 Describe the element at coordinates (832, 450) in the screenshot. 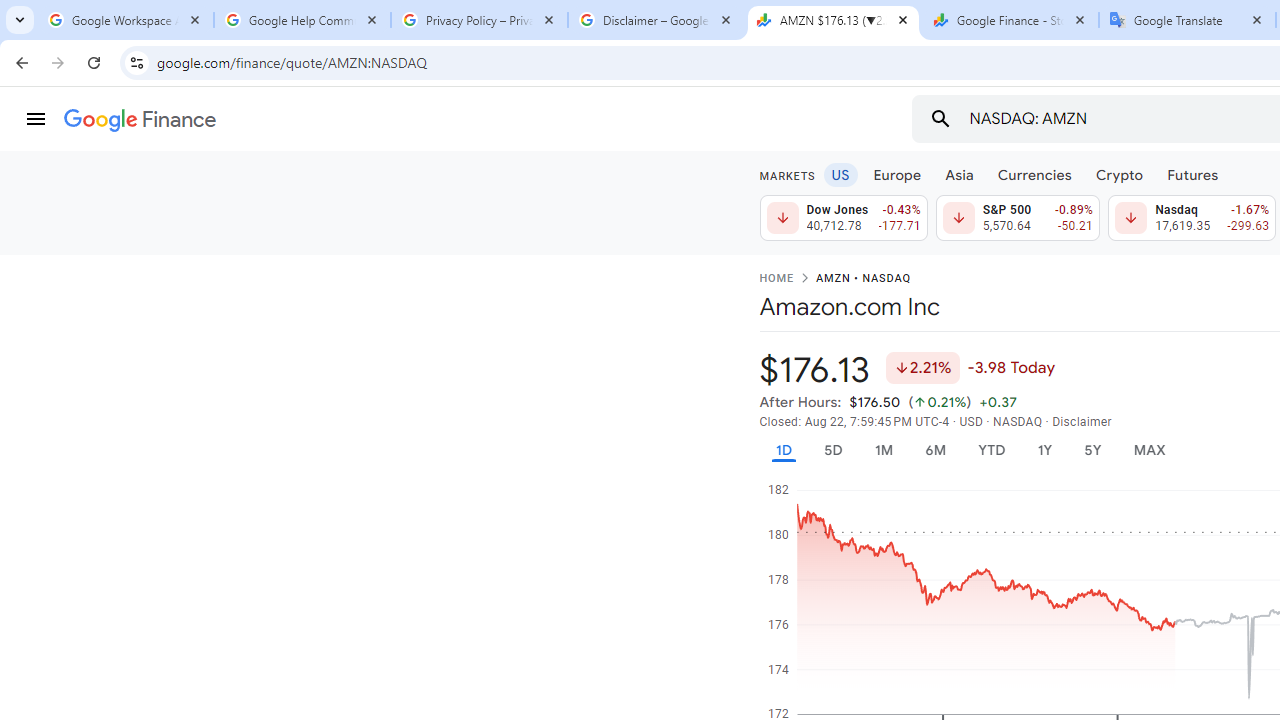

I see `'5D'` at that location.